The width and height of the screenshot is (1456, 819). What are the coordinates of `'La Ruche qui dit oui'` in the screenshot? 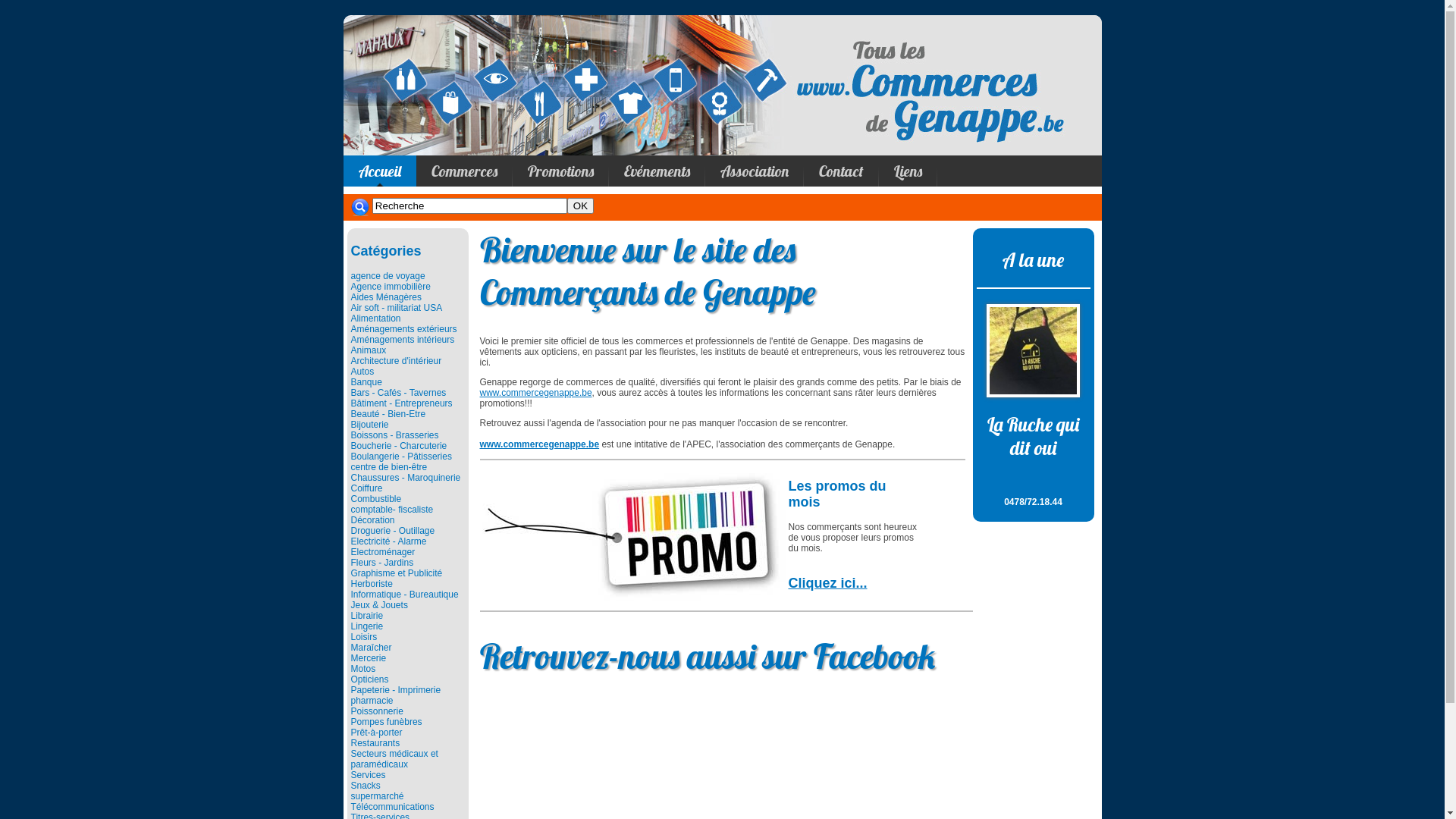 It's located at (1032, 350).